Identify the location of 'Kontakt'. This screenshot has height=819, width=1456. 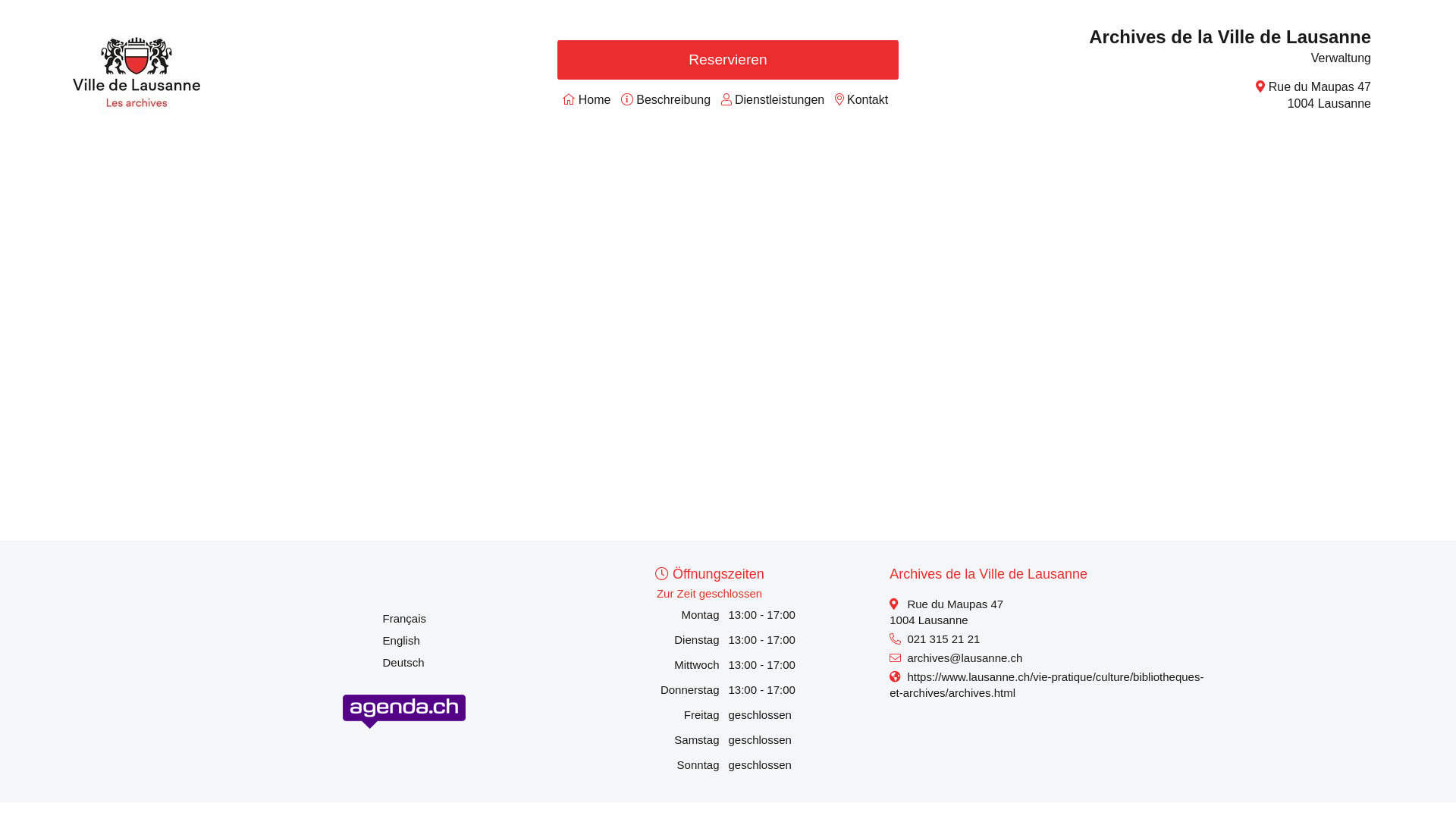
(867, 99).